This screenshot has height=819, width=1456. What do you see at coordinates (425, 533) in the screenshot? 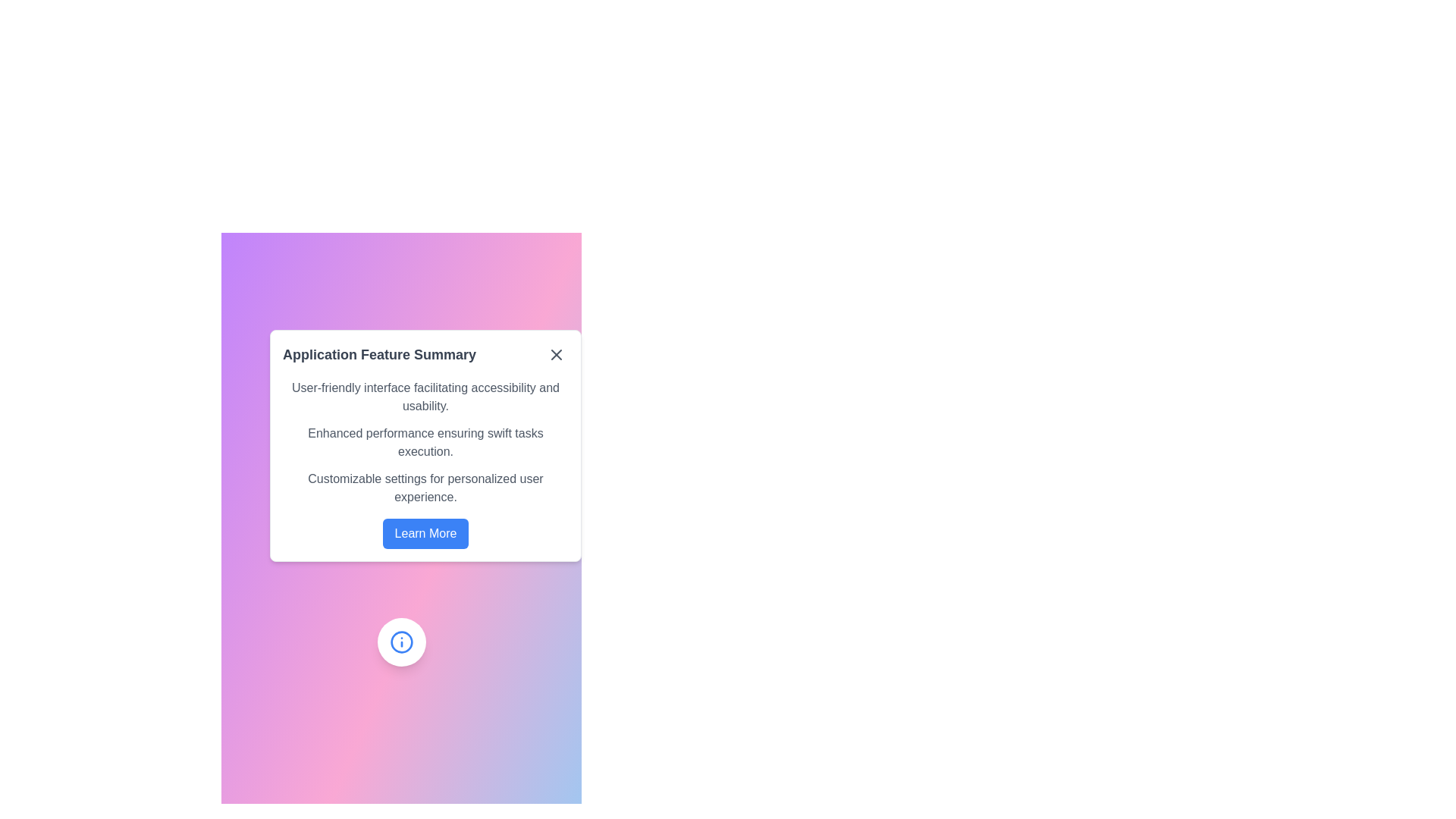
I see `the call-to-action button located centrally below the text description inside the modal box` at bounding box center [425, 533].